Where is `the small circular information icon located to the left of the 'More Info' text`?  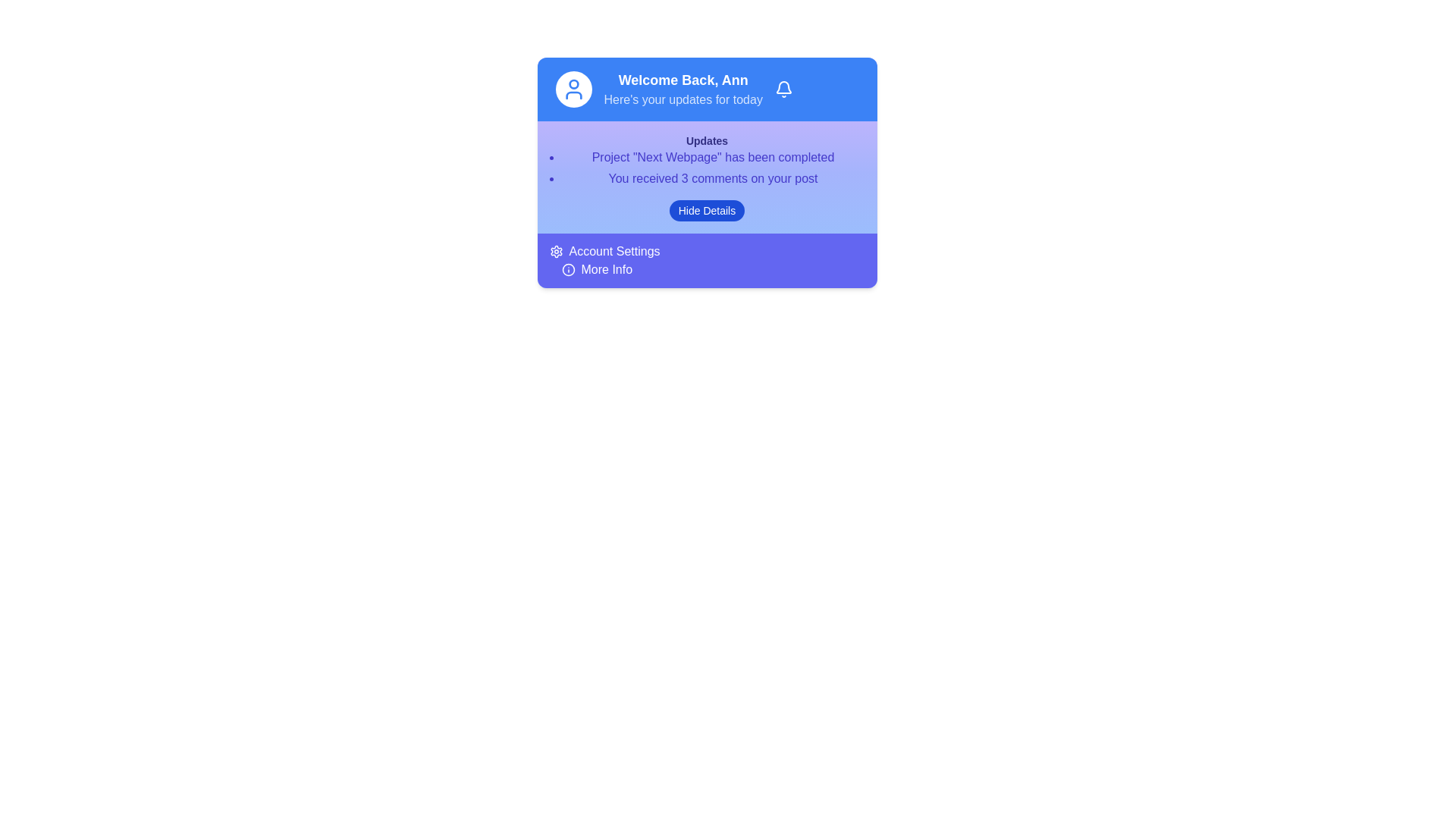
the small circular information icon located to the left of the 'More Info' text is located at coordinates (567, 268).